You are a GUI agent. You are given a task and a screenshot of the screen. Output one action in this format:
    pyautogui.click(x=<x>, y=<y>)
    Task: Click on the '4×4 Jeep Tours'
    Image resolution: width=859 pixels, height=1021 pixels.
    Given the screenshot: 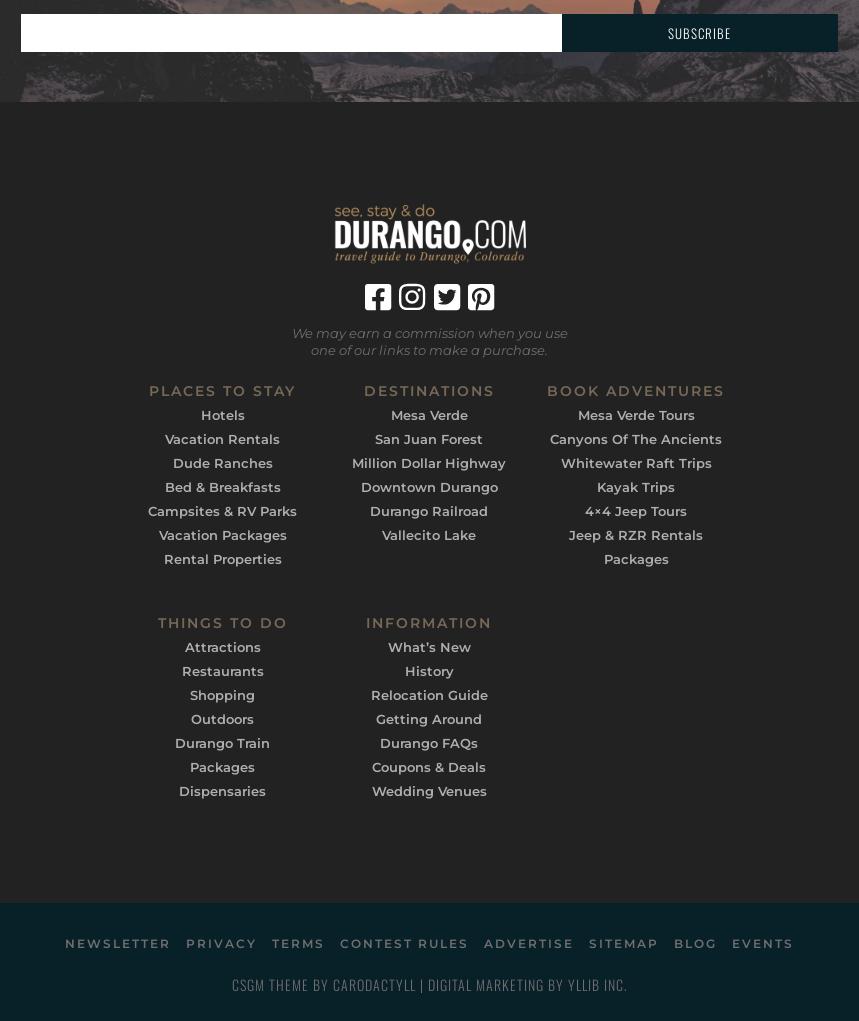 What is the action you would take?
    pyautogui.click(x=635, y=508)
    